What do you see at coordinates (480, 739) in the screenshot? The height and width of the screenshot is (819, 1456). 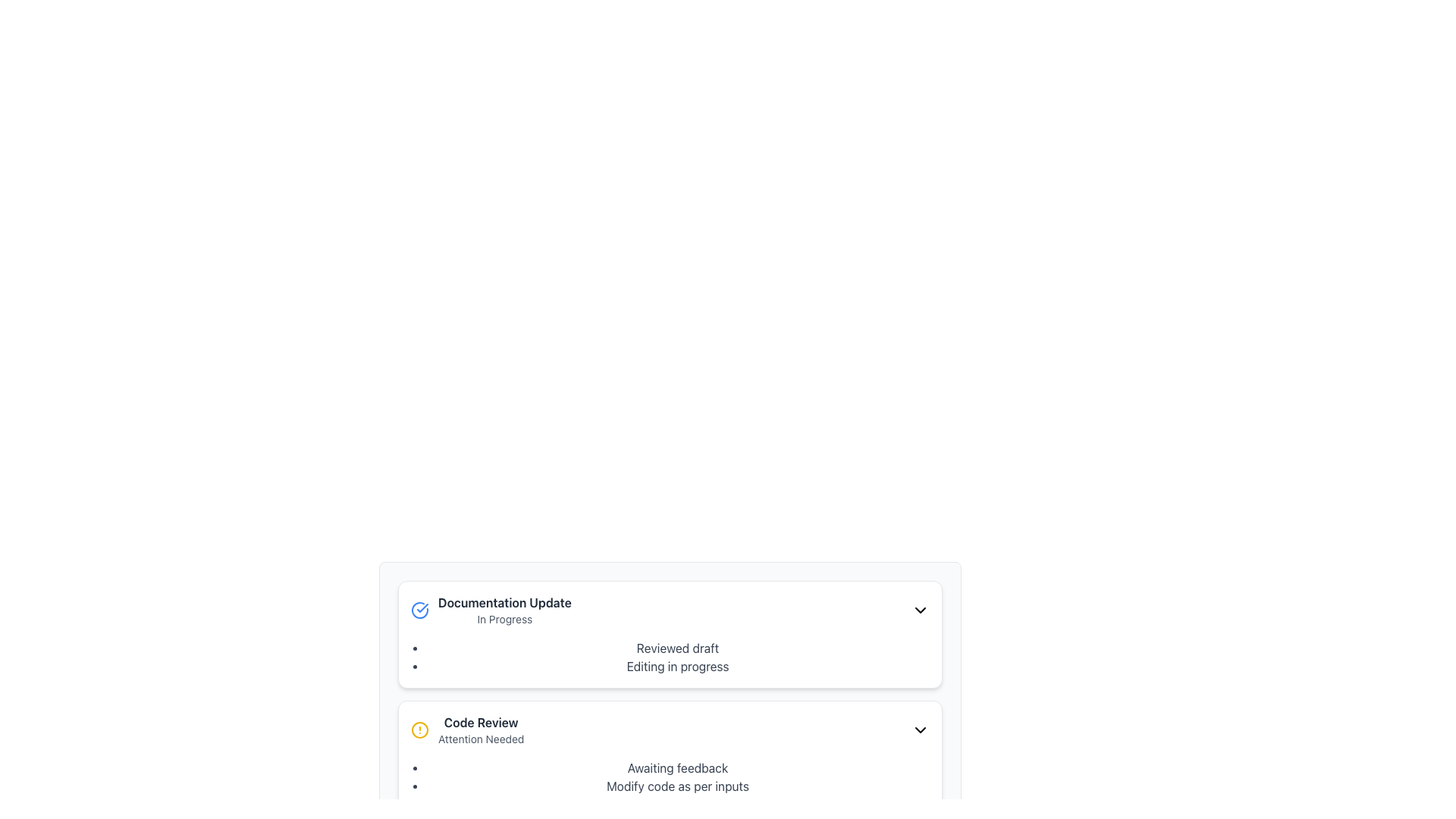 I see `text of the status indicator located beneath the 'Code Review' label, which serves as a message for prioritized tasks` at bounding box center [480, 739].